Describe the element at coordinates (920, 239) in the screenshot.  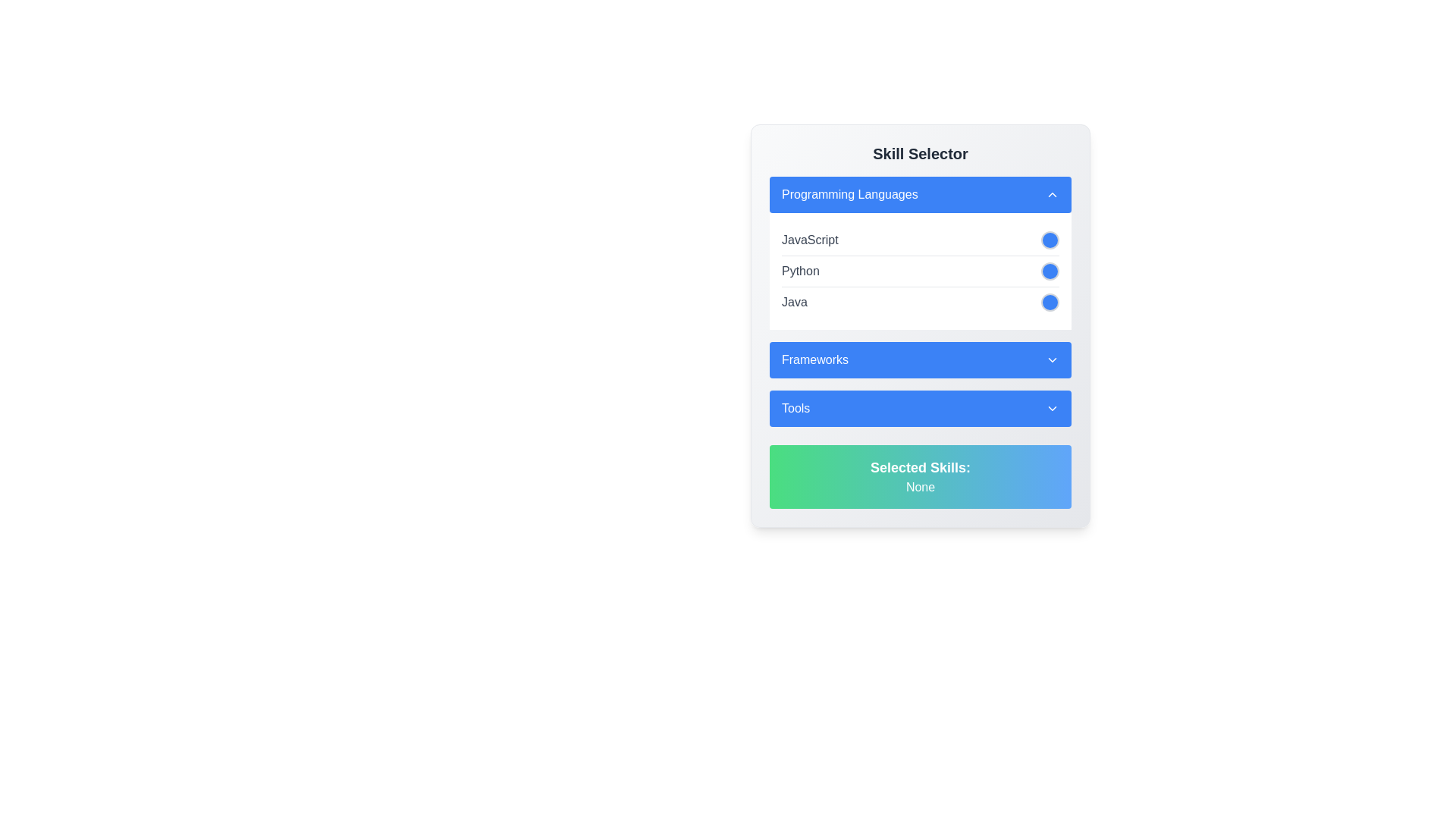
I see `the toggle button for the 'JavaScript' programming language, which is the first item in the list within the 'Programming Languages' section of the 'Skill Selector' interface` at that location.